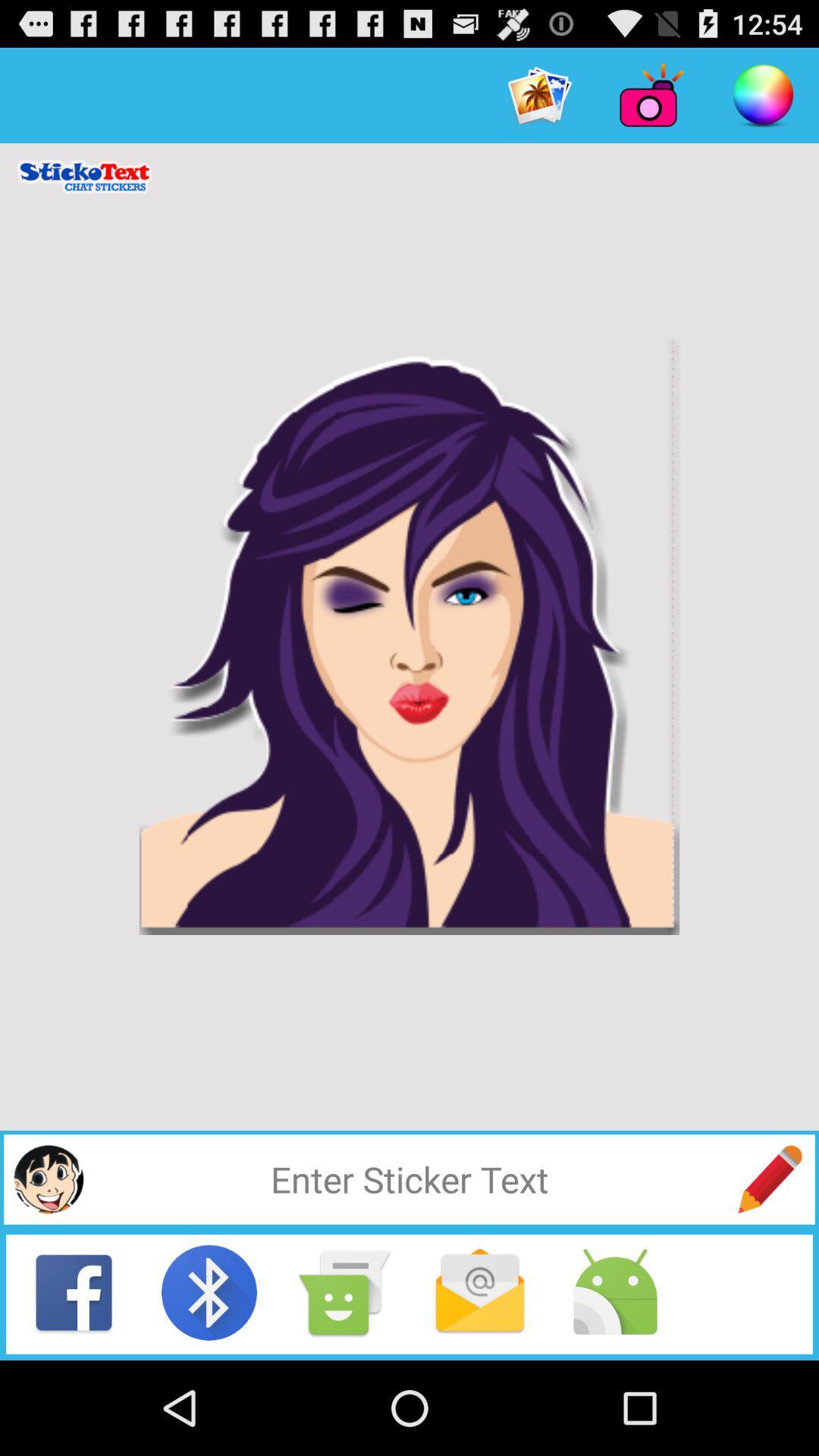 The image size is (819, 1456). What do you see at coordinates (409, 1178) in the screenshot?
I see `sticker text` at bounding box center [409, 1178].